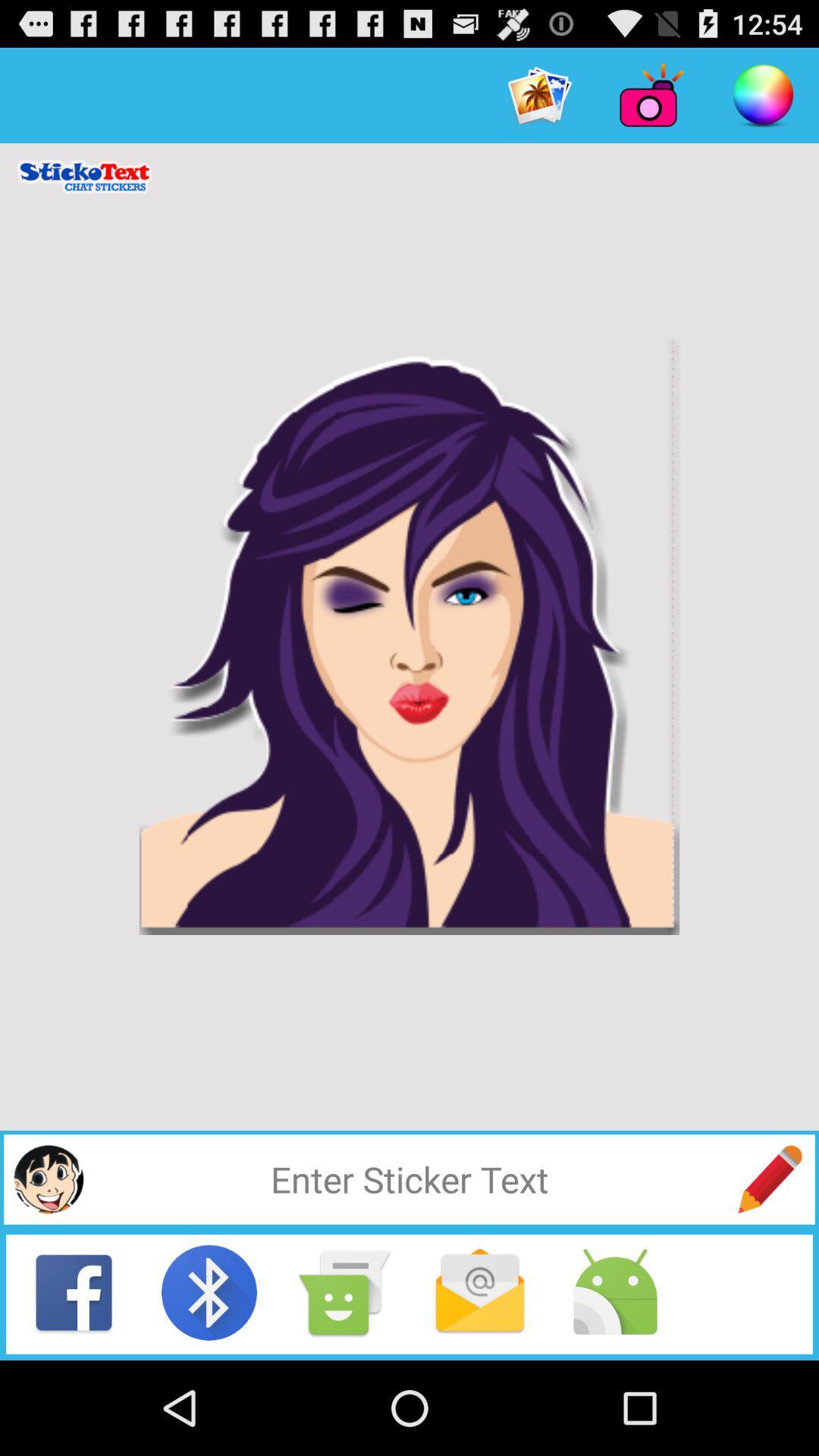 The image size is (819, 1456). What do you see at coordinates (409, 1178) in the screenshot?
I see `sticker text` at bounding box center [409, 1178].